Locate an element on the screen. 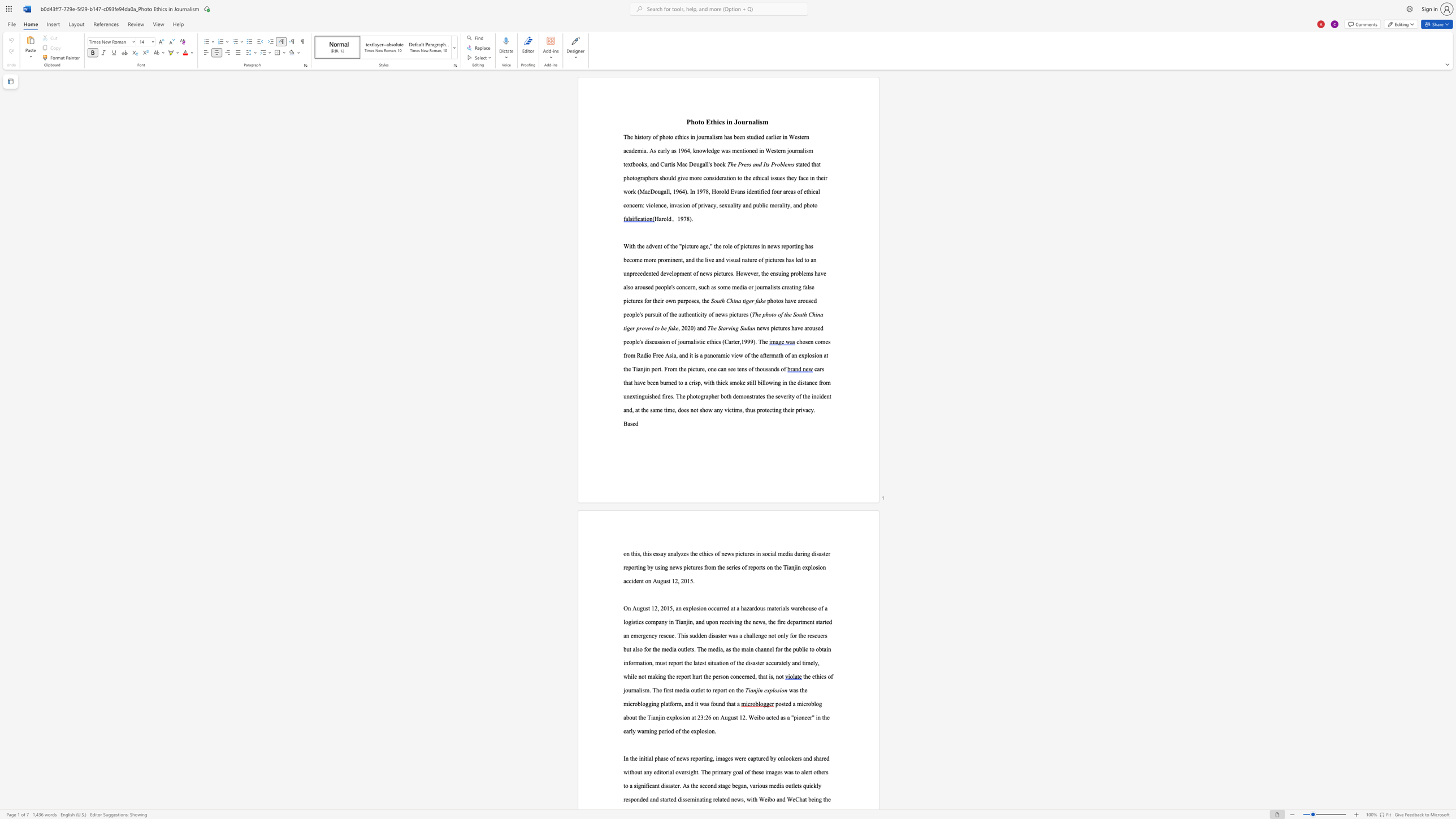  the subset text "tures ha" within the text "news pictures have aroused people" is located at coordinates (778, 328).